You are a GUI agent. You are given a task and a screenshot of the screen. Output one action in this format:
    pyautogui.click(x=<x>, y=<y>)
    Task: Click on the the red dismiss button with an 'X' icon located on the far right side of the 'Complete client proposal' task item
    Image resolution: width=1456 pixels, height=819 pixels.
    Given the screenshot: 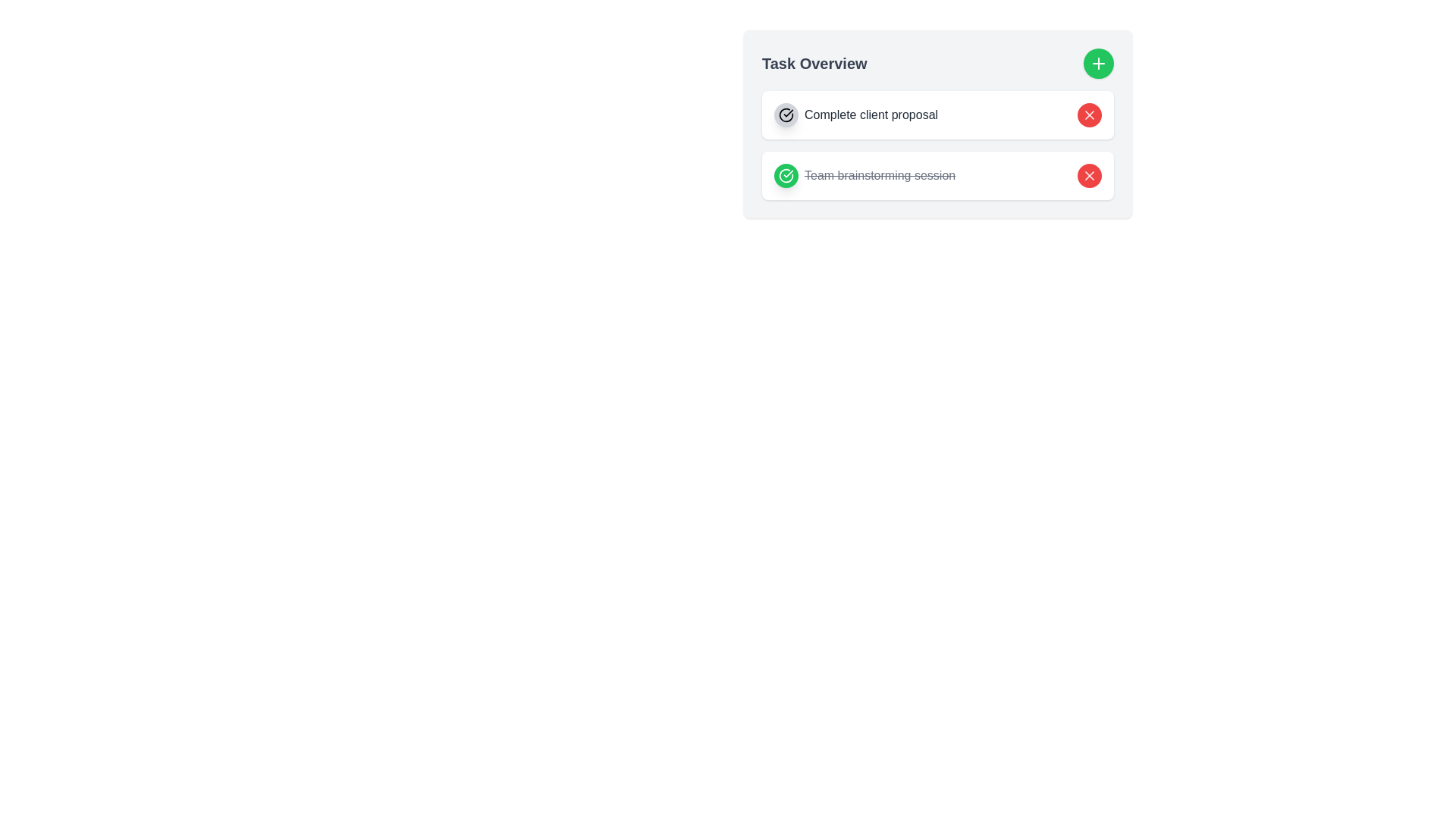 What is the action you would take?
    pyautogui.click(x=1088, y=114)
    